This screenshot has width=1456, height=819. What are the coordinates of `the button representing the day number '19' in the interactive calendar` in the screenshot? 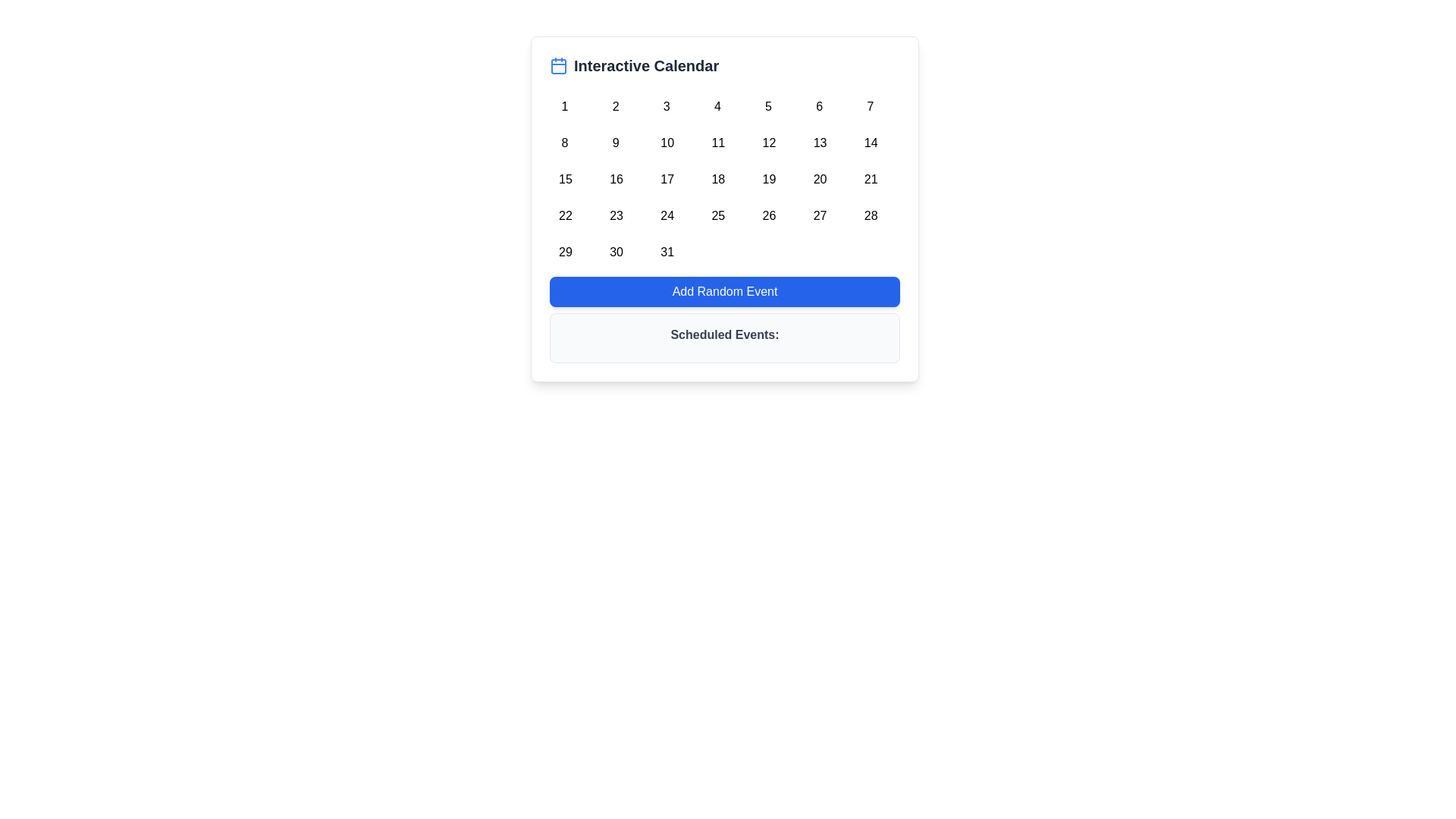 It's located at (768, 175).